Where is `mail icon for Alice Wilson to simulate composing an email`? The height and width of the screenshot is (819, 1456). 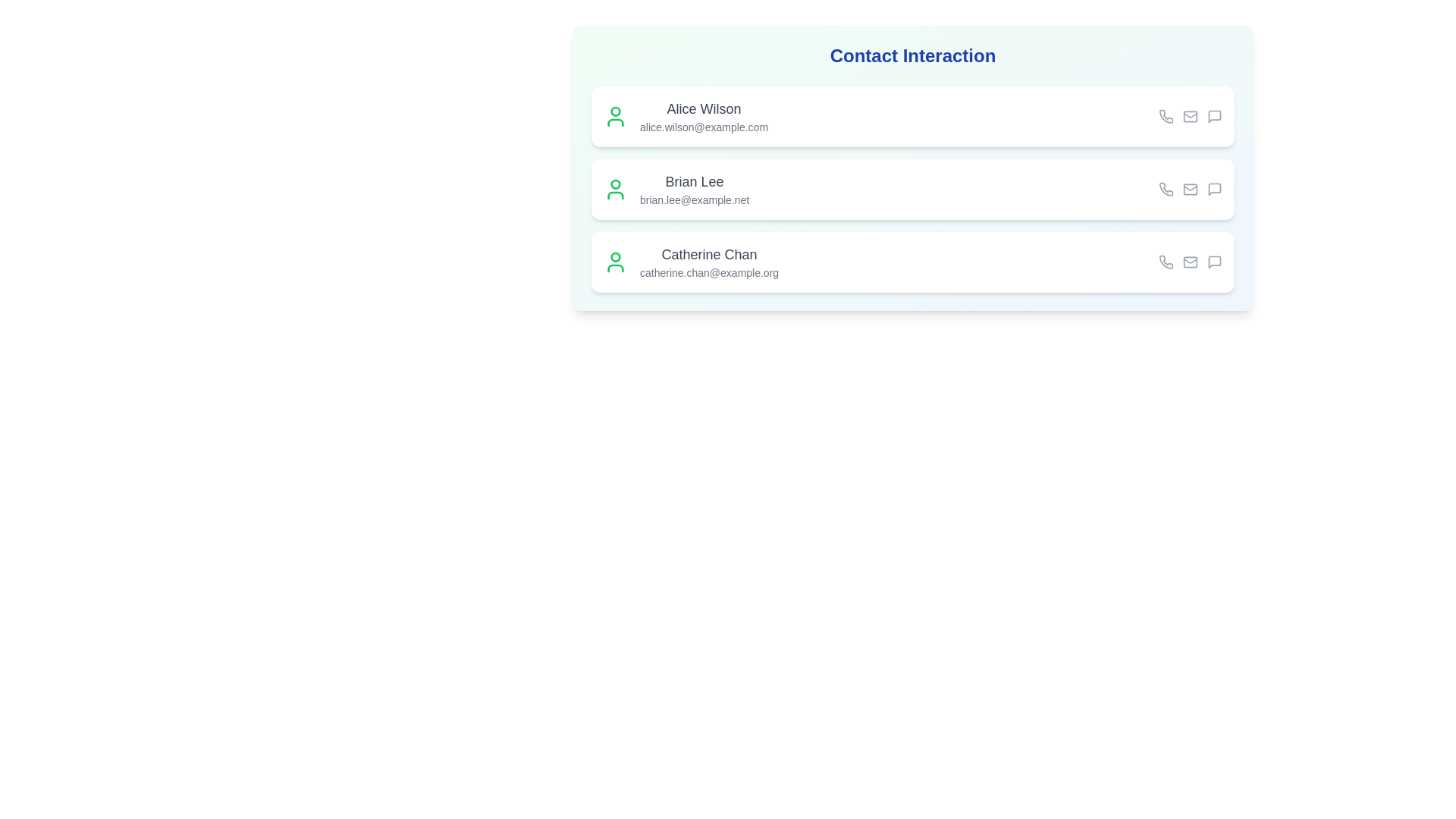 mail icon for Alice Wilson to simulate composing an email is located at coordinates (1189, 116).